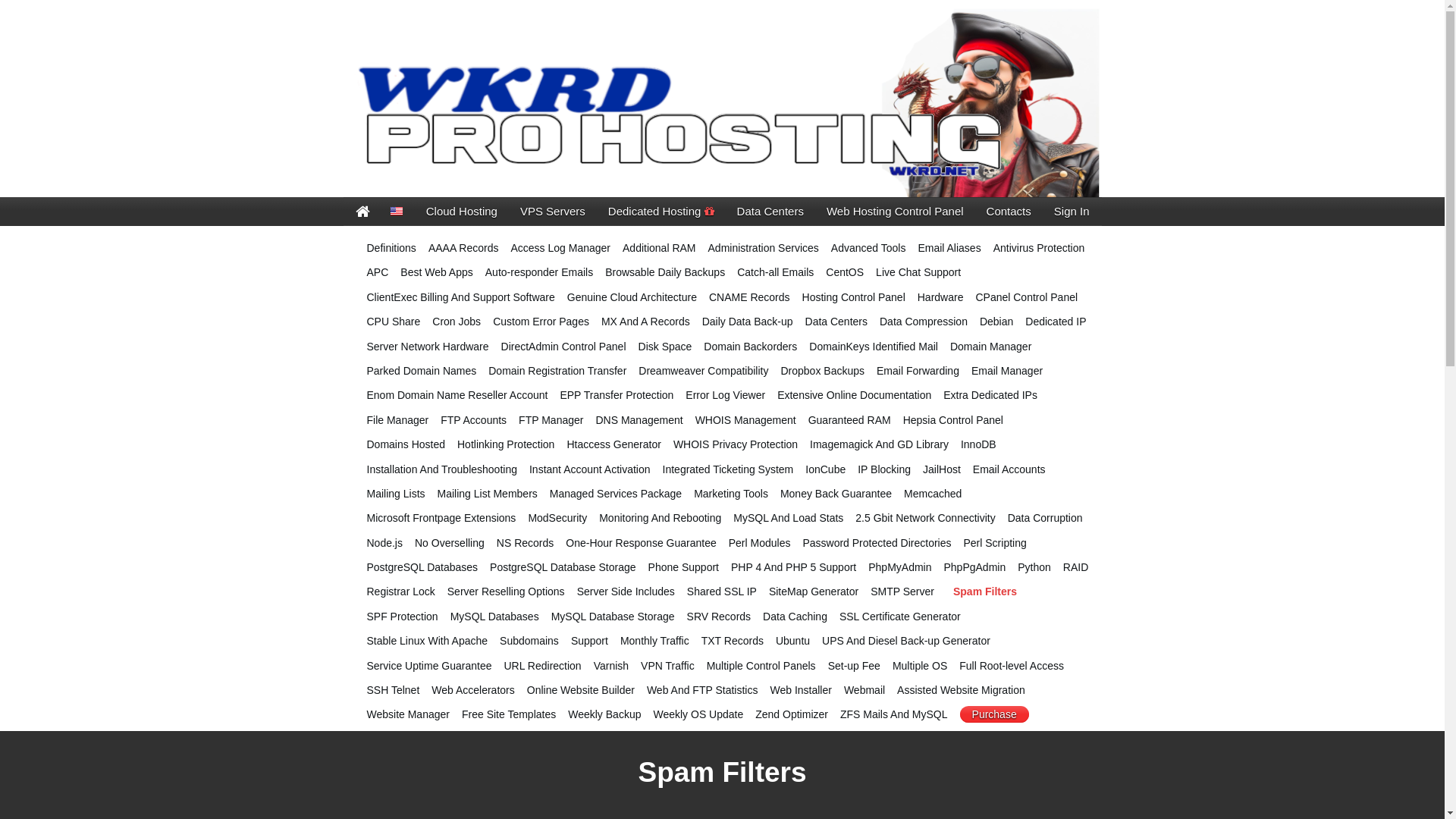  Describe the element at coordinates (441, 468) in the screenshot. I see `'Installation And Troubleshooting'` at that location.